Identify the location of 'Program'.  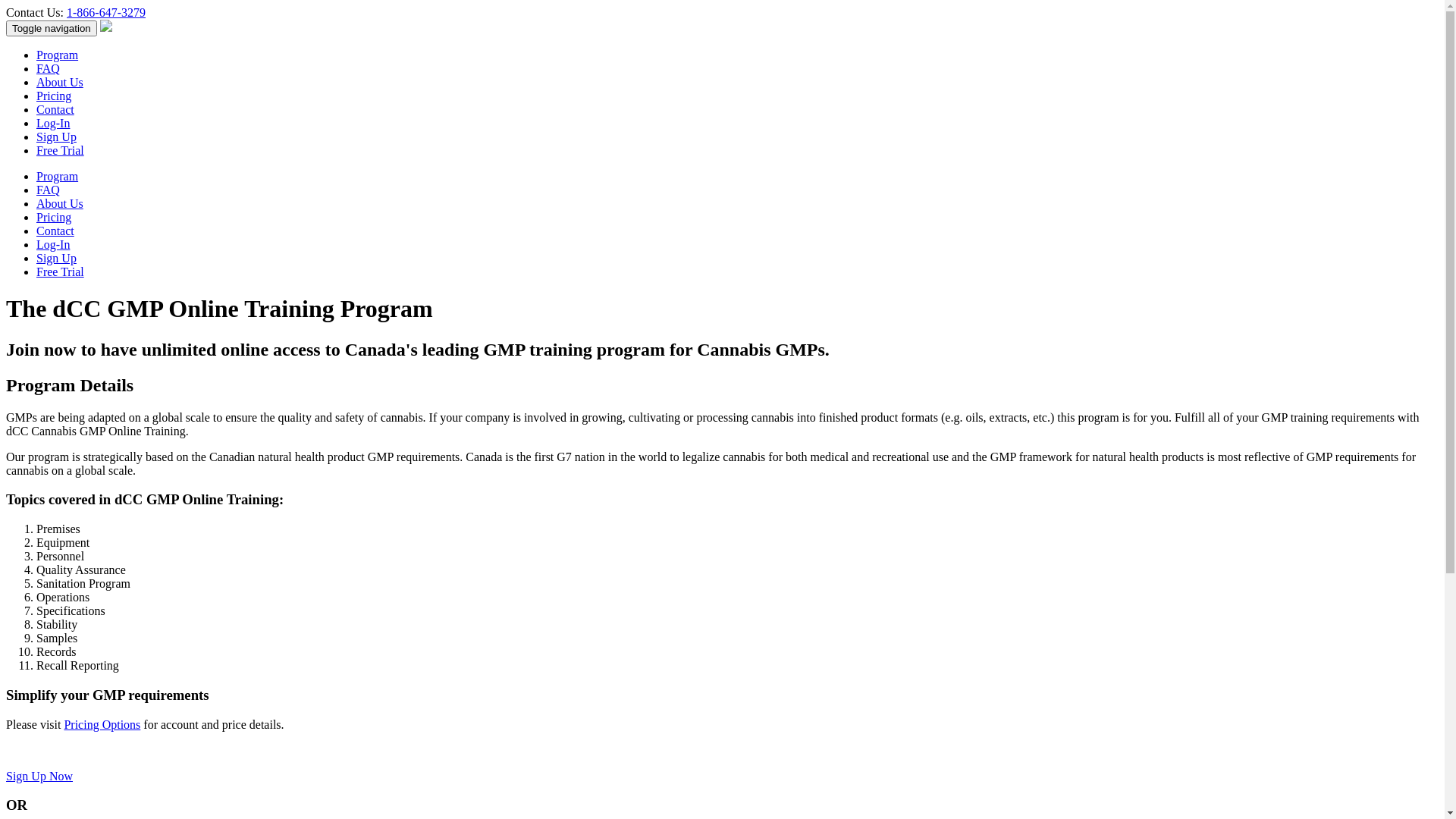
(57, 54).